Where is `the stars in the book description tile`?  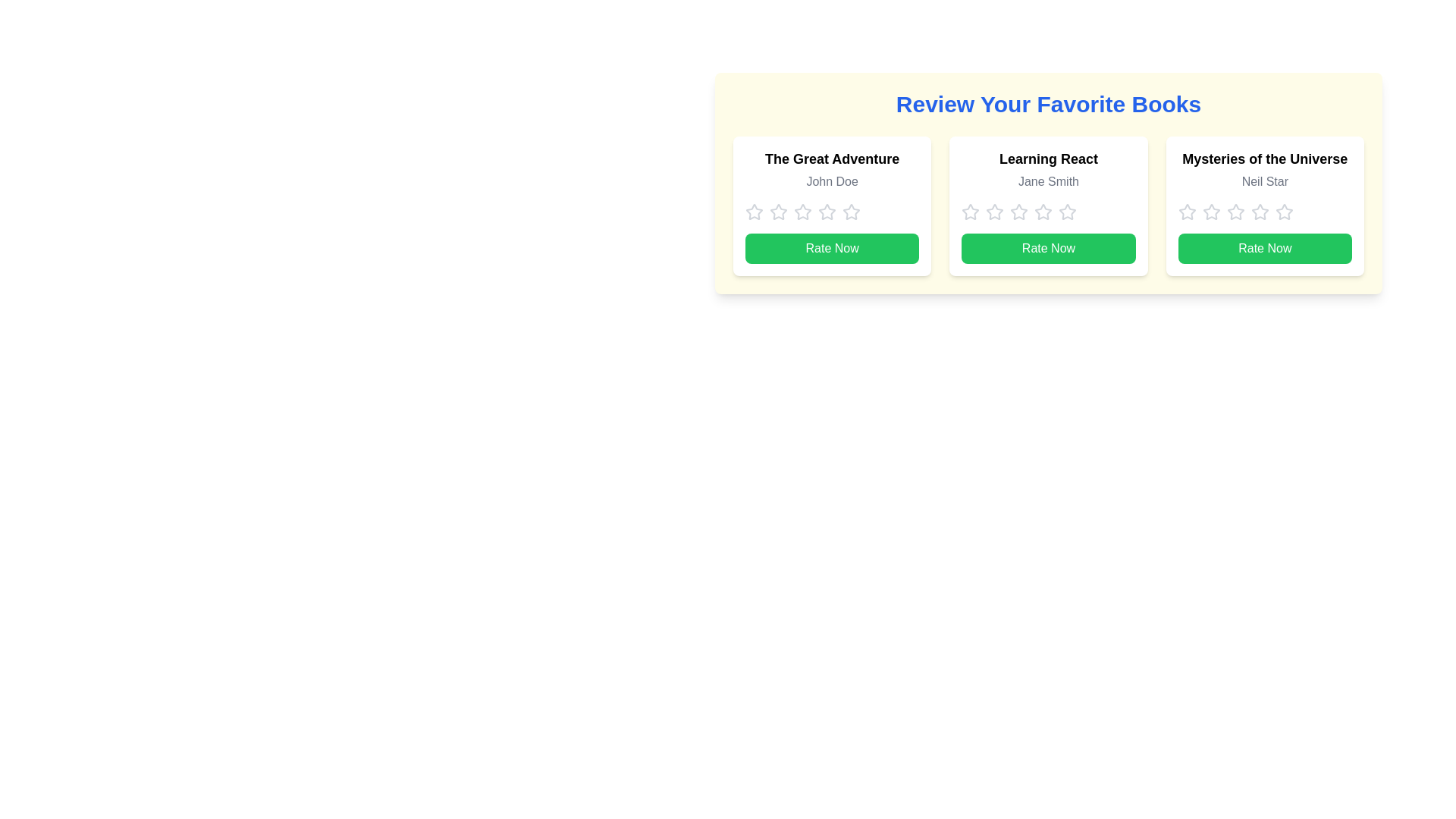 the stars in the book description tile is located at coordinates (1047, 206).